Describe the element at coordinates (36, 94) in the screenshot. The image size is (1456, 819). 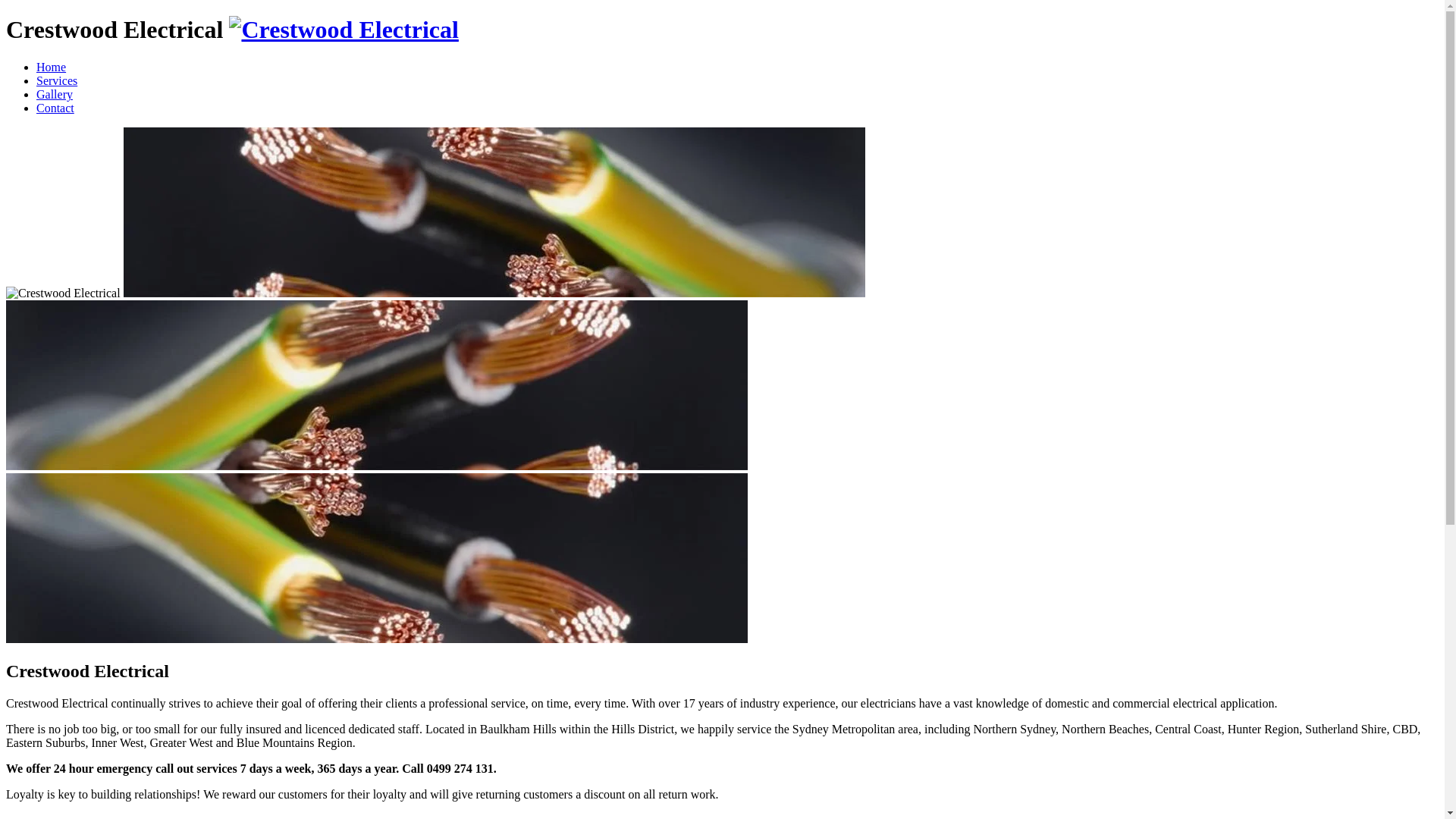
I see `'Gallery'` at that location.